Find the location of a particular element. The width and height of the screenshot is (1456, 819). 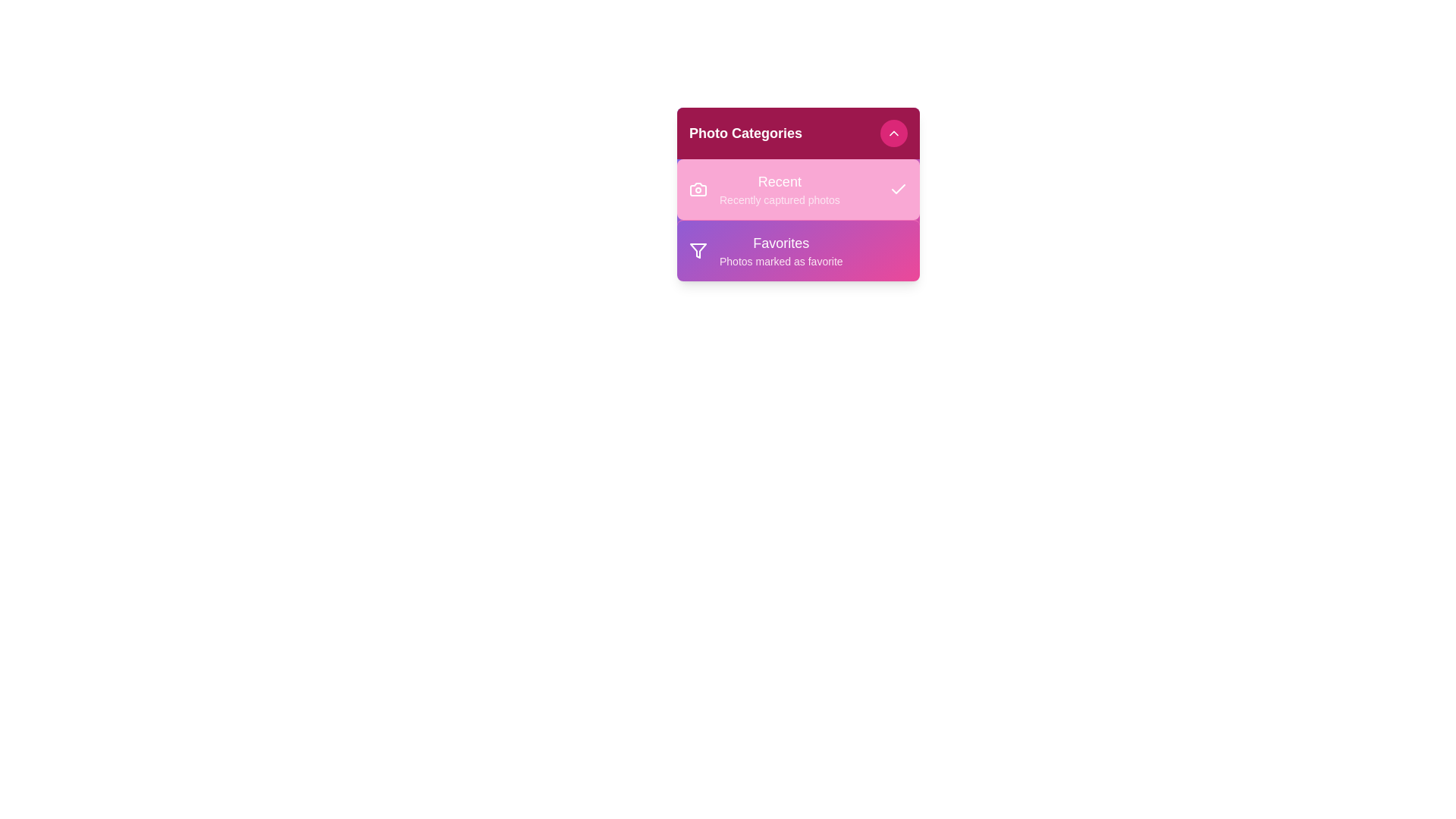

the chevron button to collapse the menu is located at coordinates (894, 133).